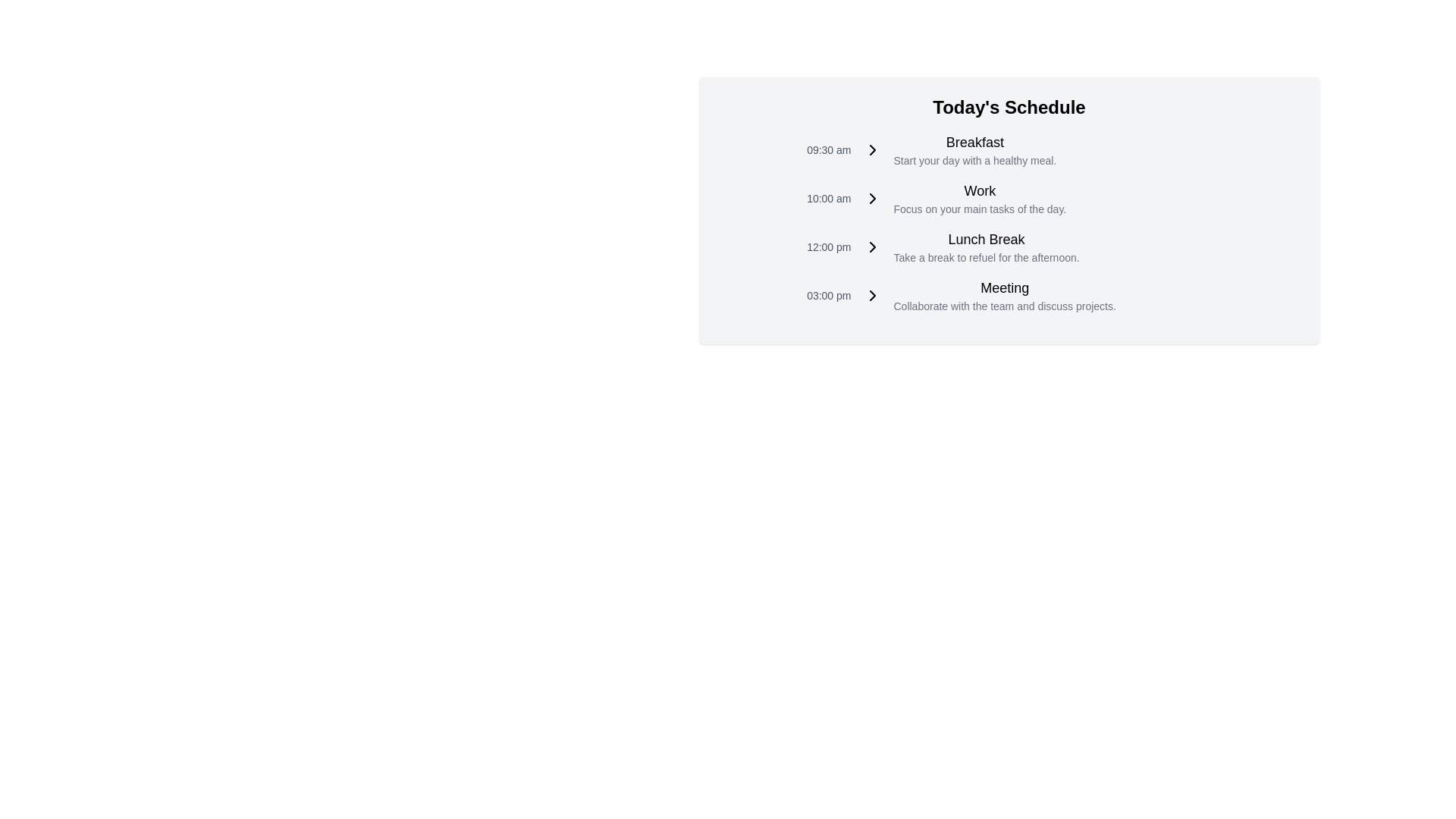 The height and width of the screenshot is (819, 1456). What do you see at coordinates (980, 209) in the screenshot?
I see `the Text Label that provides a description associated with the 'Work' event in the 'Today's Schedule' section, located below the 'Work' title` at bounding box center [980, 209].